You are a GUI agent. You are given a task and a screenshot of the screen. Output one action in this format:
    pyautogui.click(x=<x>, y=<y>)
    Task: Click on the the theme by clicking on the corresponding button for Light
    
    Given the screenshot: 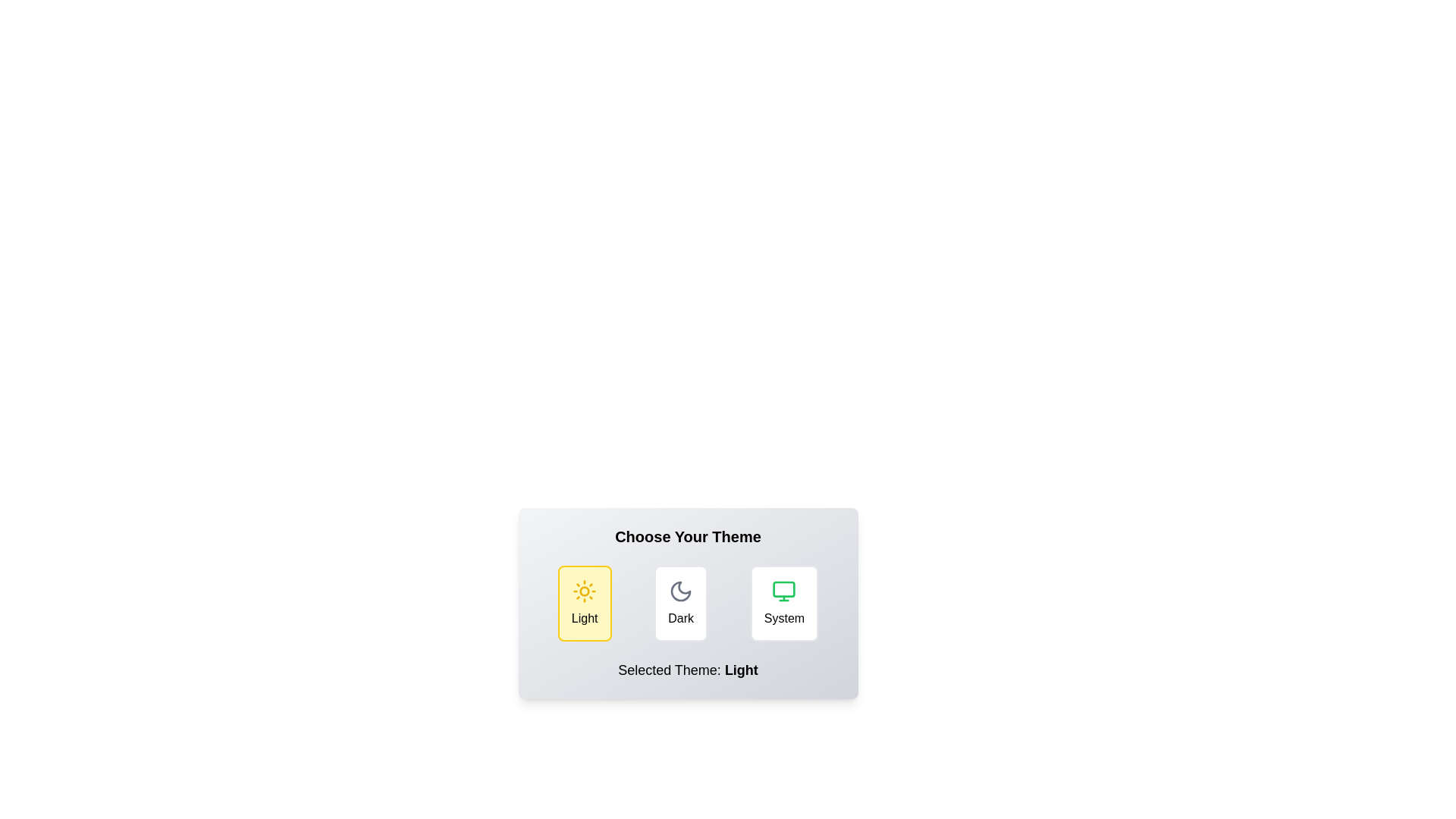 What is the action you would take?
    pyautogui.click(x=584, y=602)
    